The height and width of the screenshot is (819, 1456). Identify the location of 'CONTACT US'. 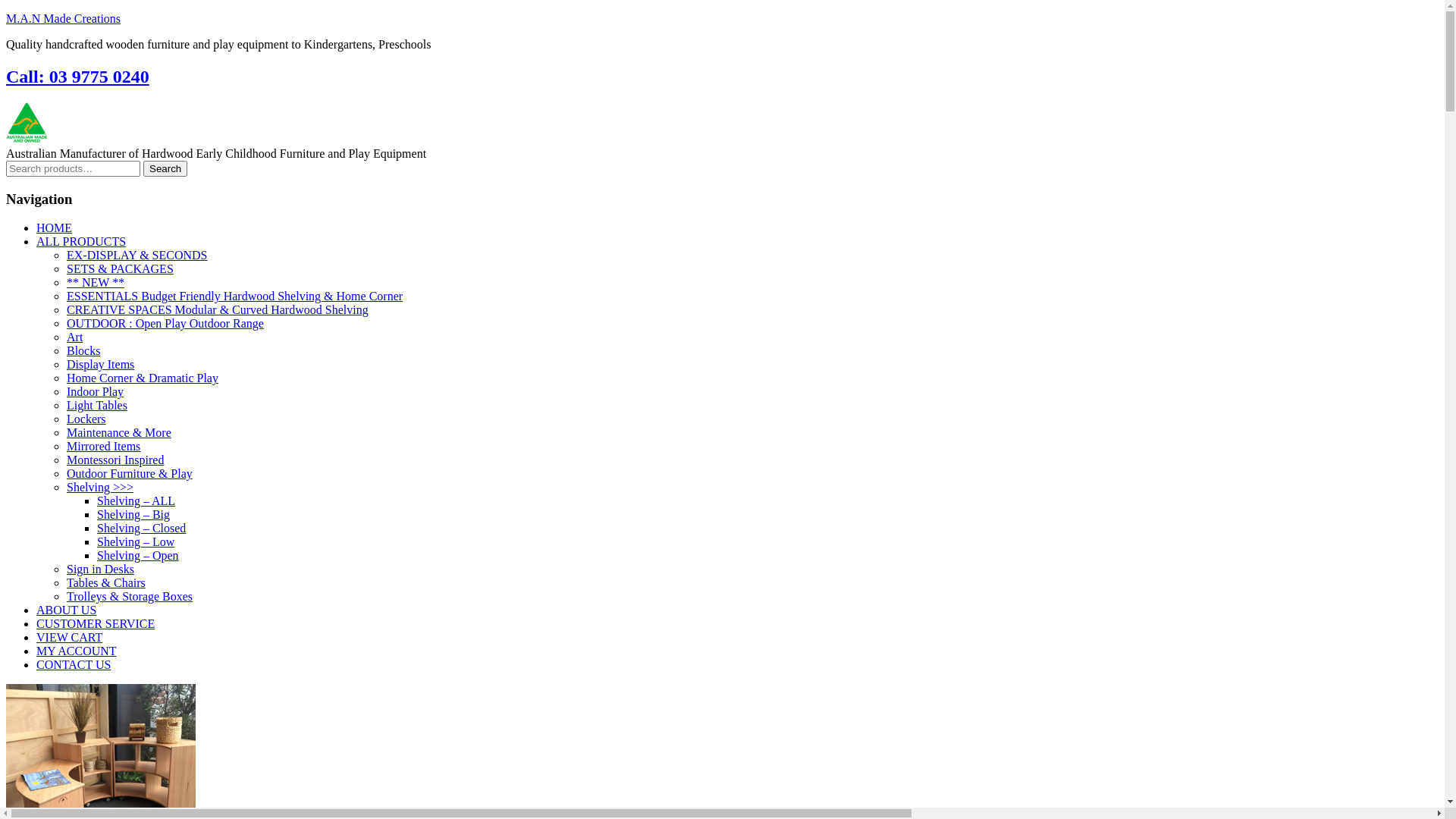
(72, 664).